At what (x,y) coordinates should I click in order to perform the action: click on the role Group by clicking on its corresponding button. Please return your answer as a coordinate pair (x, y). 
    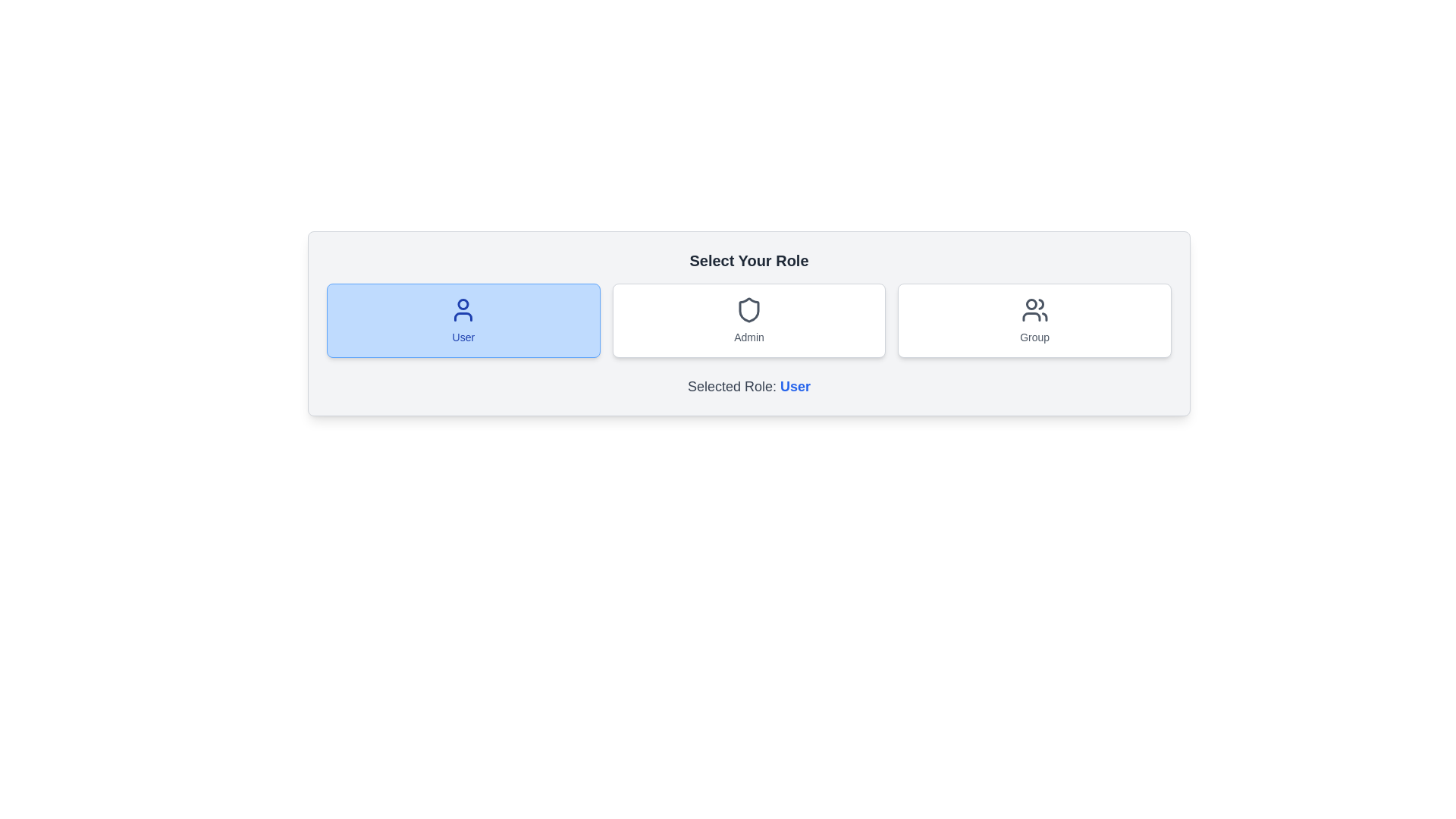
    Looking at the image, I should click on (1033, 320).